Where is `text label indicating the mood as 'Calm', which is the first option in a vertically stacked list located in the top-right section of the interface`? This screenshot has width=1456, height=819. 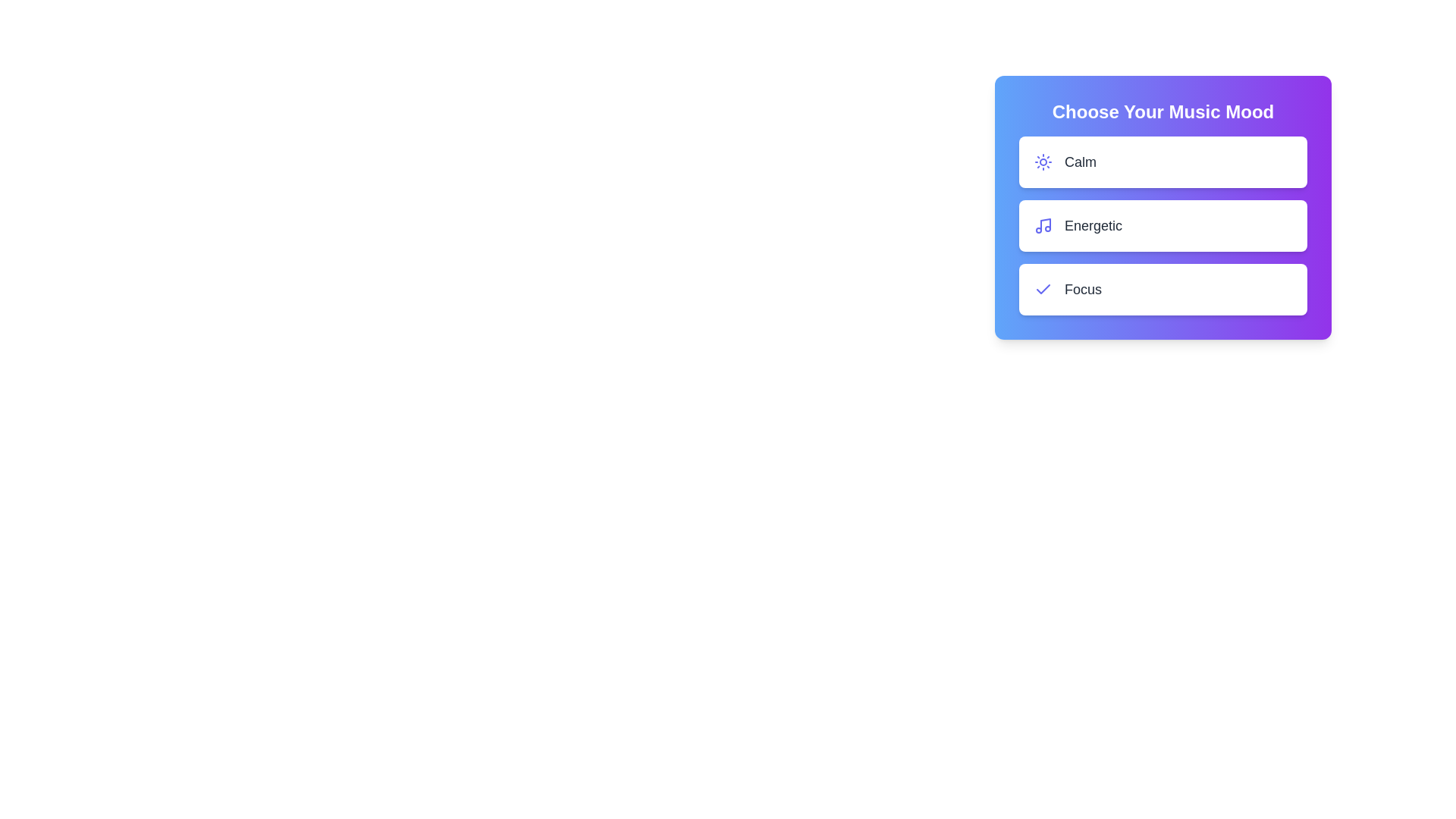 text label indicating the mood as 'Calm', which is the first option in a vertically stacked list located in the top-right section of the interface is located at coordinates (1080, 162).